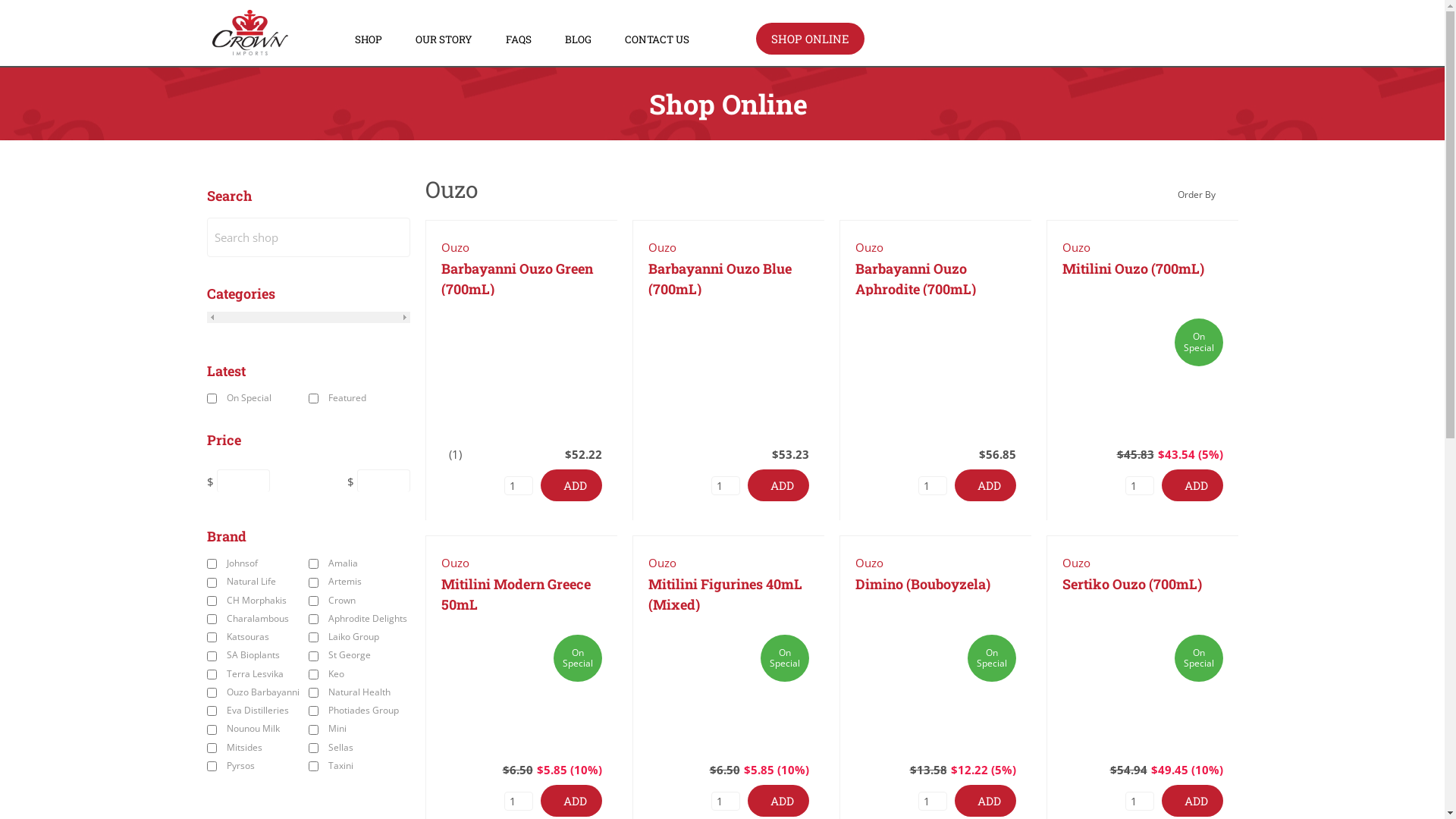  I want to click on 'FAQS', so click(519, 39).